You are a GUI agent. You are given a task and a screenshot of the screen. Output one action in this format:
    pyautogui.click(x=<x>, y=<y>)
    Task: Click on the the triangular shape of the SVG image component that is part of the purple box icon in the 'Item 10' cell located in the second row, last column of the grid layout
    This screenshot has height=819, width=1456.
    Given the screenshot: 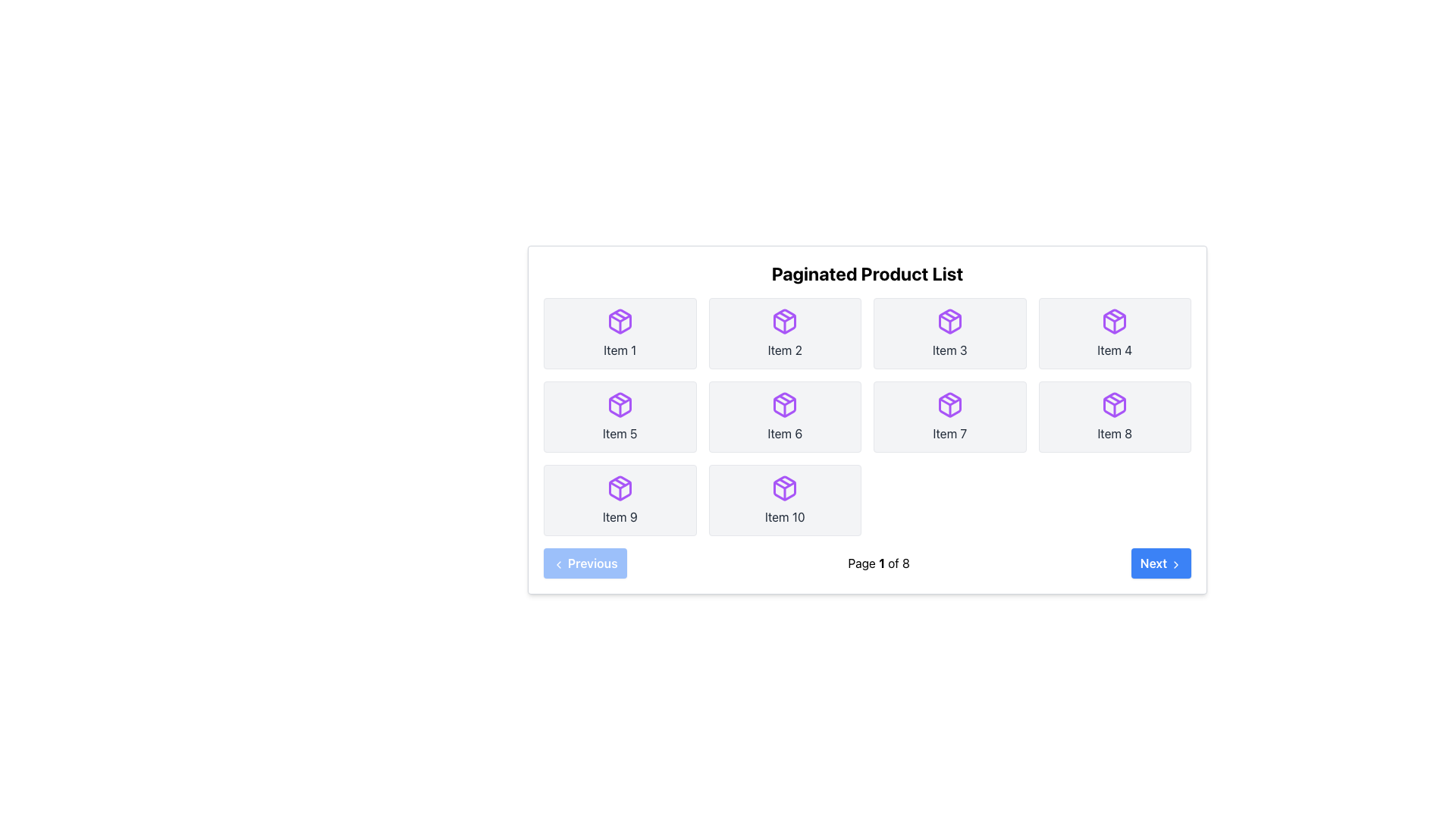 What is the action you would take?
    pyautogui.click(x=785, y=485)
    